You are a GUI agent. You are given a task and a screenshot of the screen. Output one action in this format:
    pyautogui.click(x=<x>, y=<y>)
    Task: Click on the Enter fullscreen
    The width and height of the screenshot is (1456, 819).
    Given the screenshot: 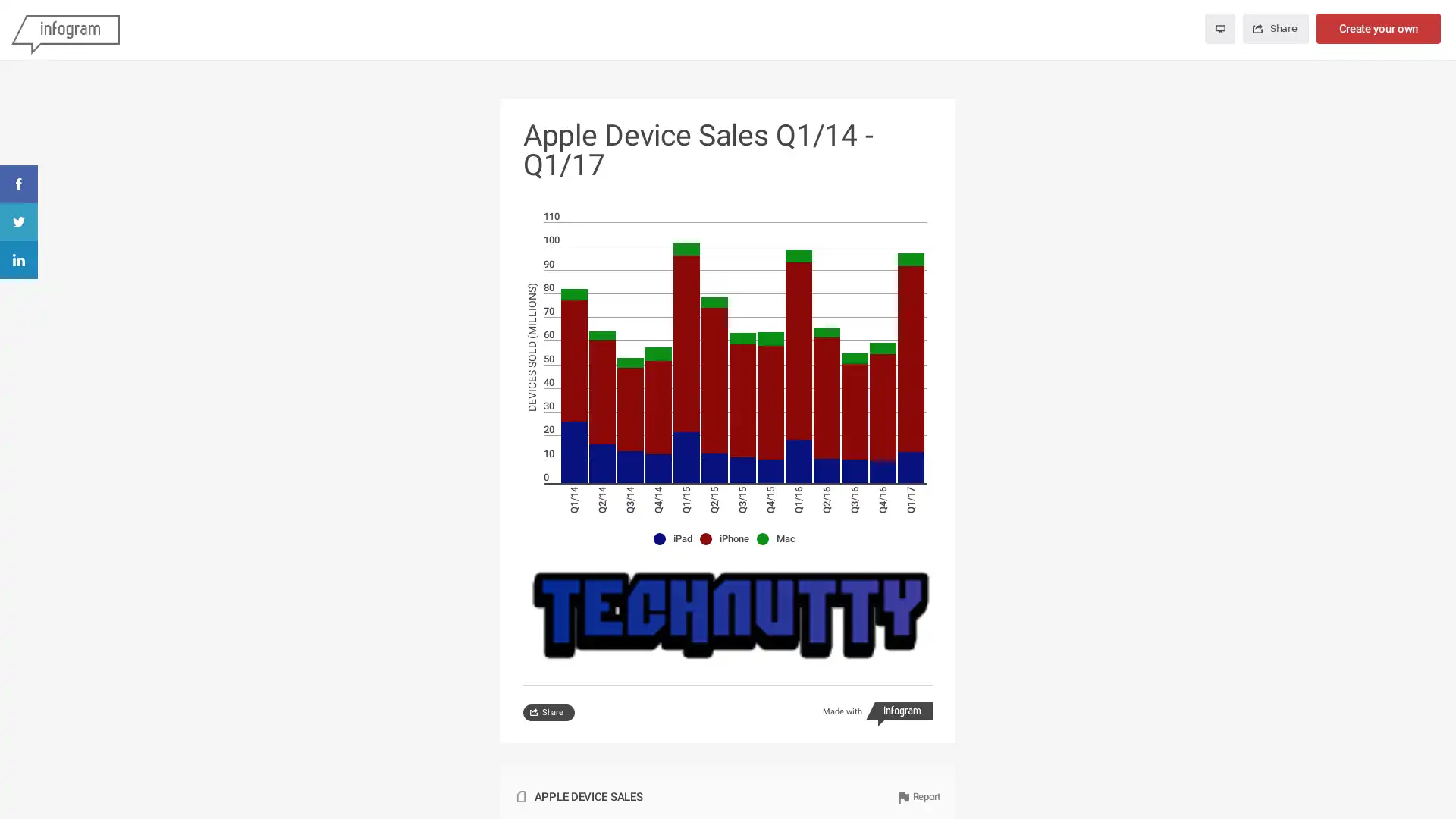 What is the action you would take?
    pyautogui.click(x=1219, y=29)
    